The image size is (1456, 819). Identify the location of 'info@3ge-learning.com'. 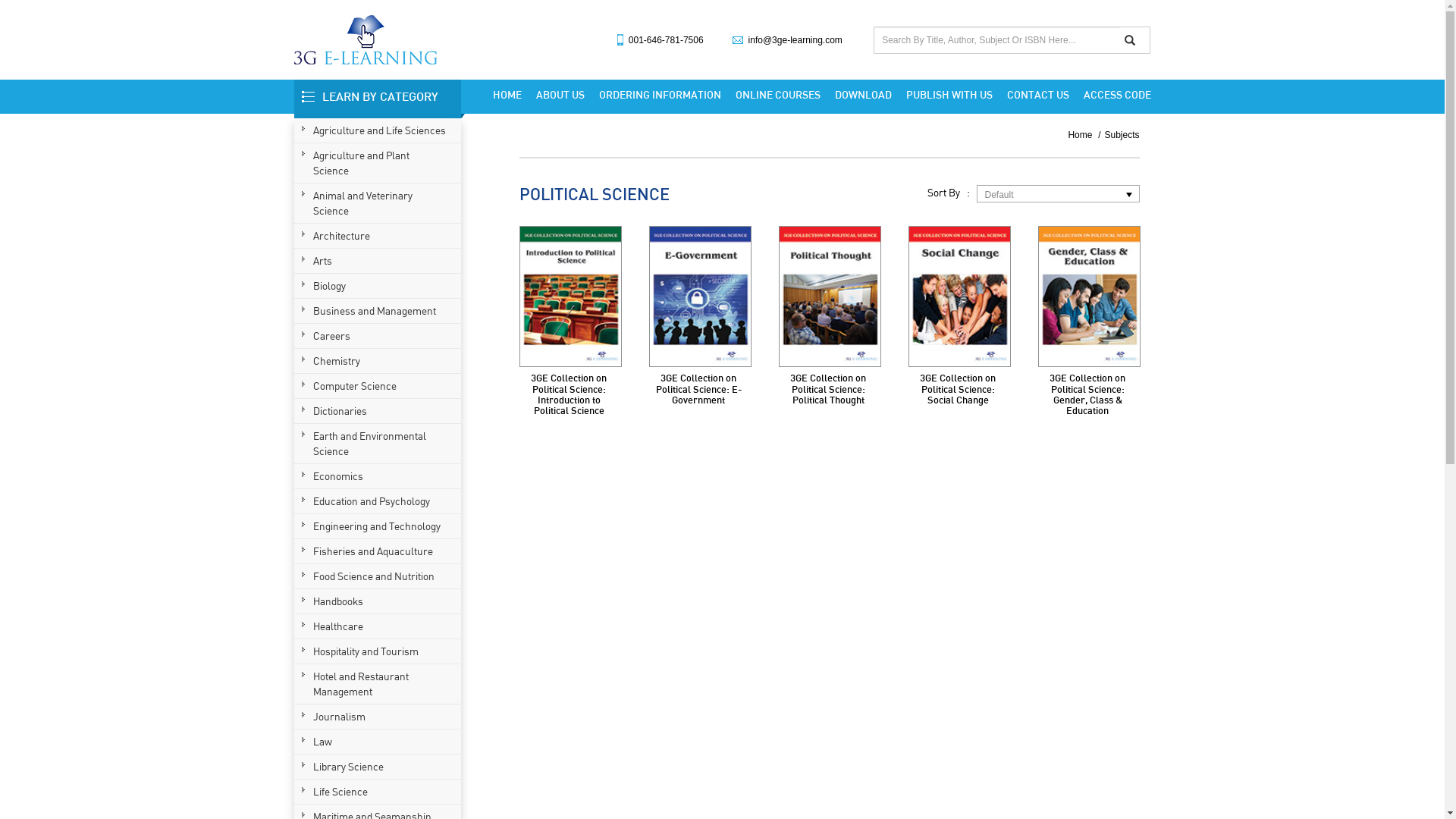
(795, 39).